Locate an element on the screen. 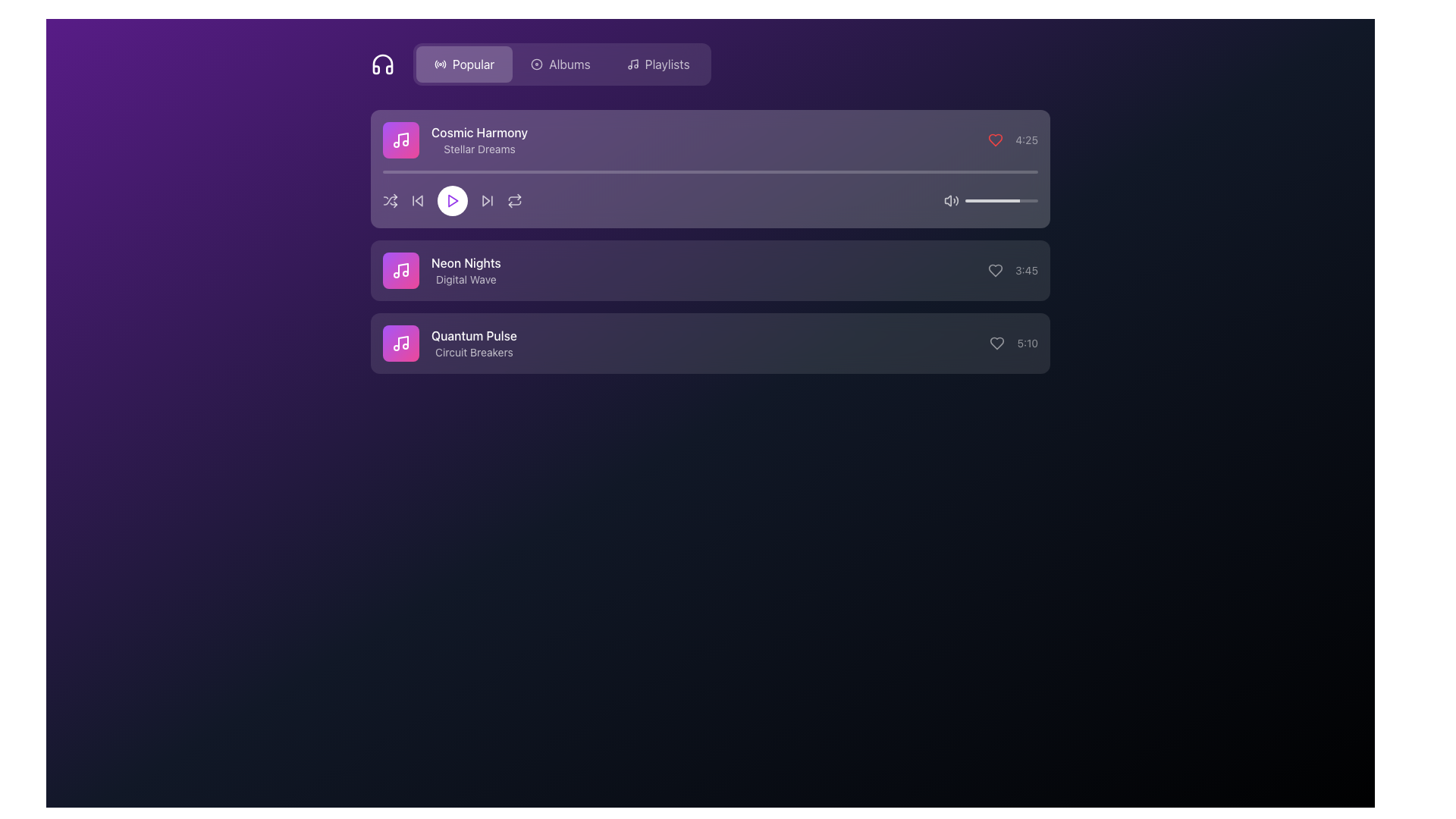  the musical note icon located to the left of song titles in the vertical track list of the music-related user interface is located at coordinates (403, 268).